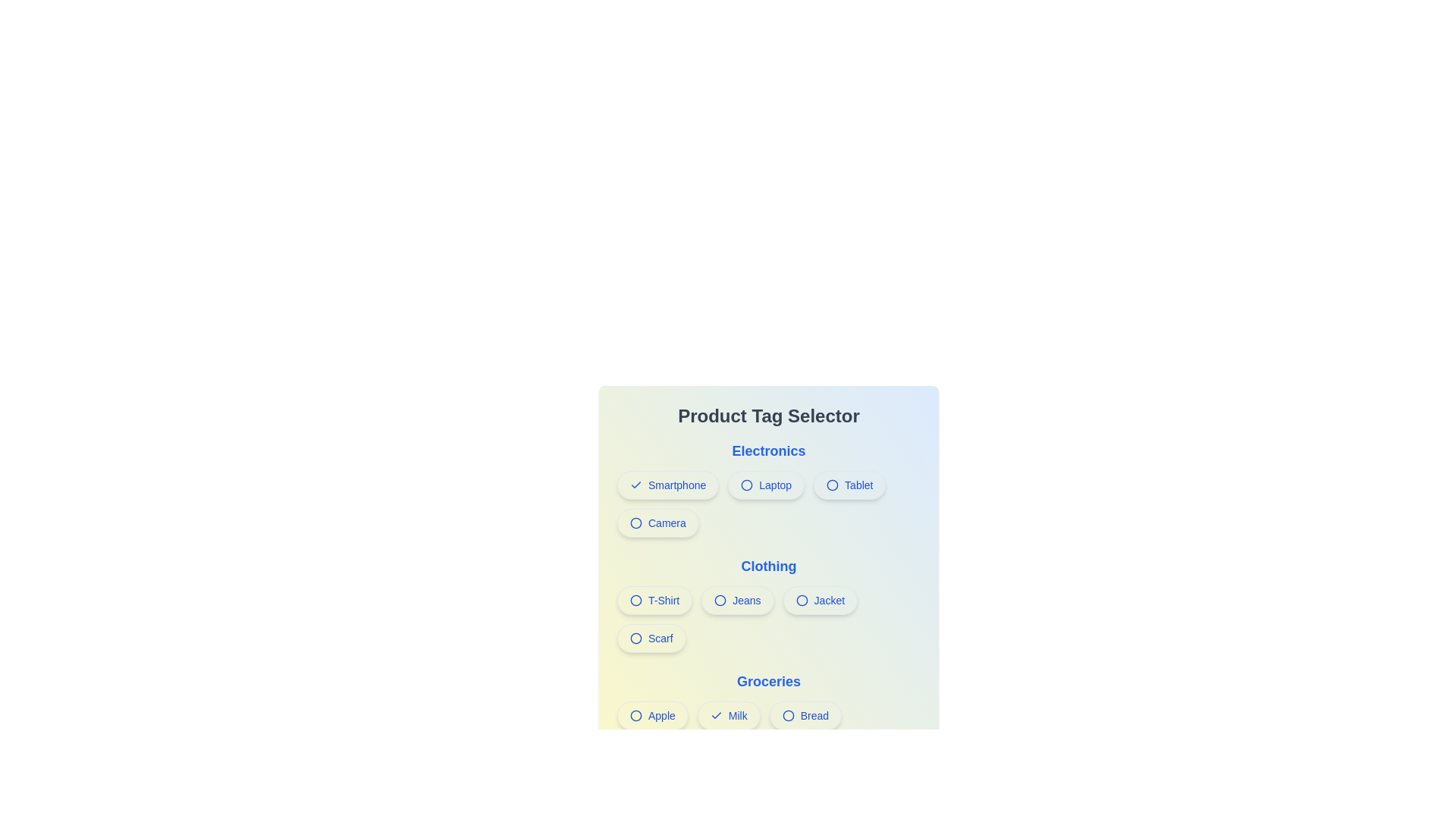  What do you see at coordinates (729, 716) in the screenshot?
I see `the Selectable button for tagging 'Milk' in the grocery list` at bounding box center [729, 716].